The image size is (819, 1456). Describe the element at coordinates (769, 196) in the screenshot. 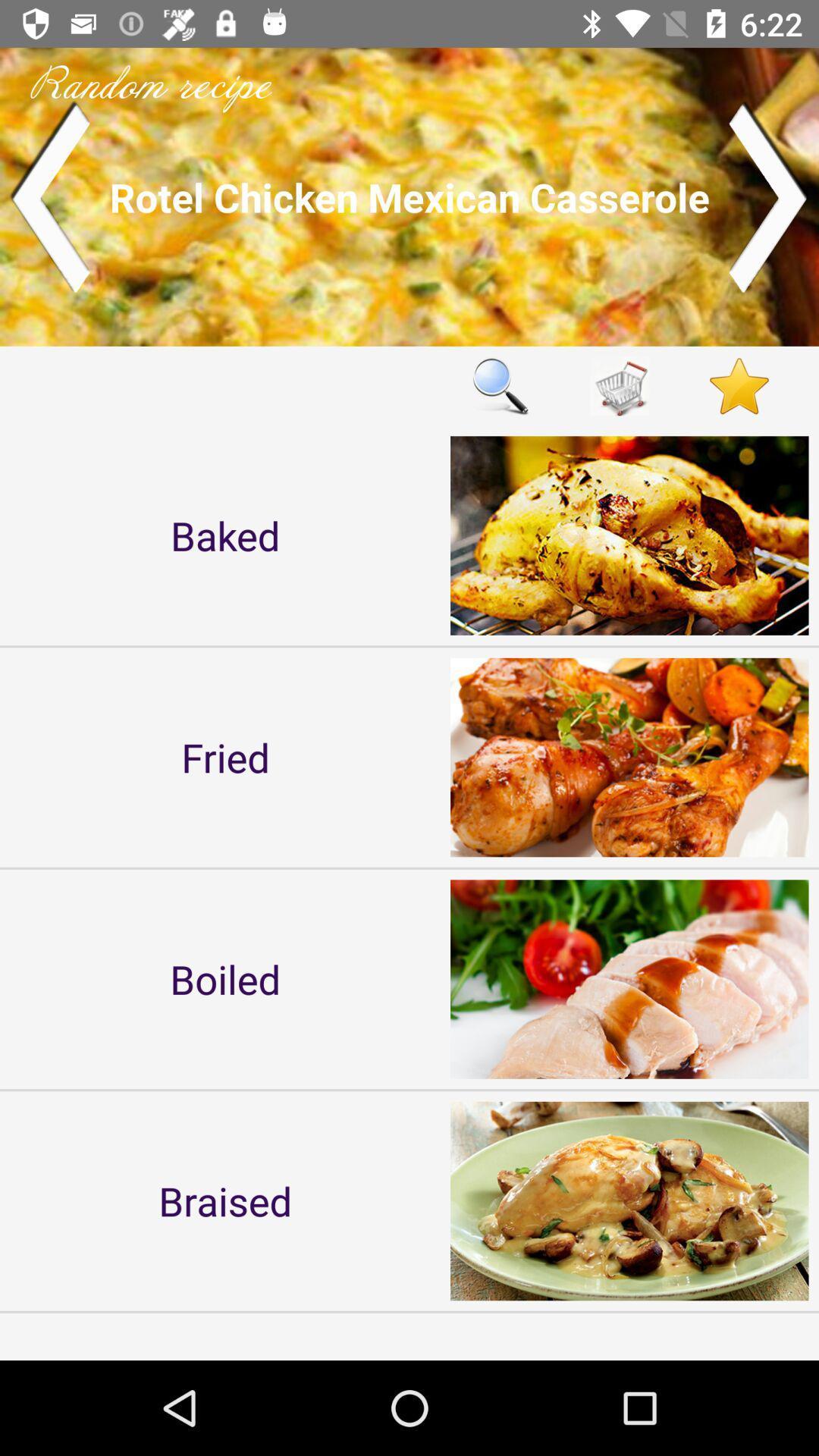

I see `next photos` at that location.